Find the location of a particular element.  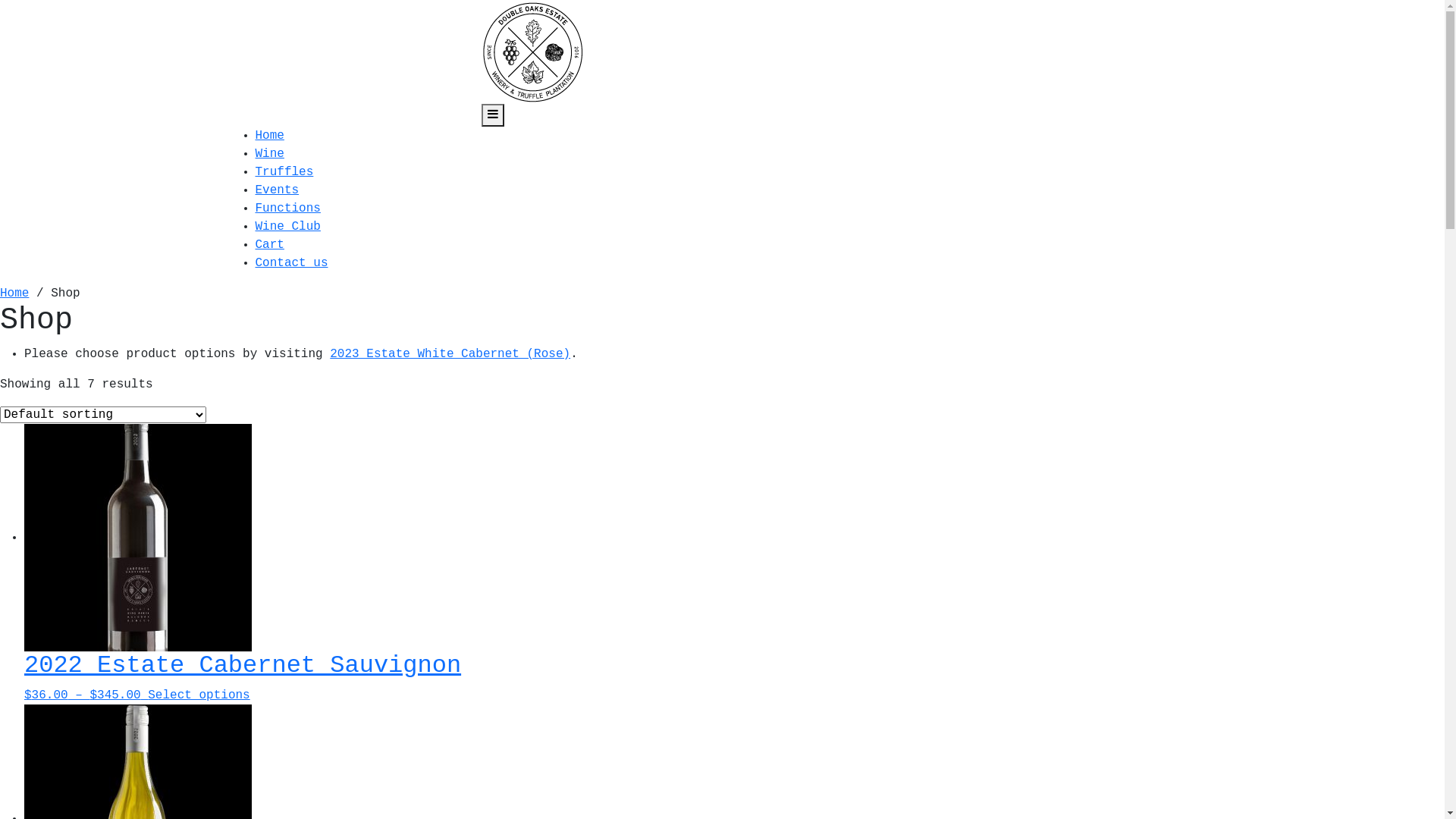

'Functions' is located at coordinates (287, 208).